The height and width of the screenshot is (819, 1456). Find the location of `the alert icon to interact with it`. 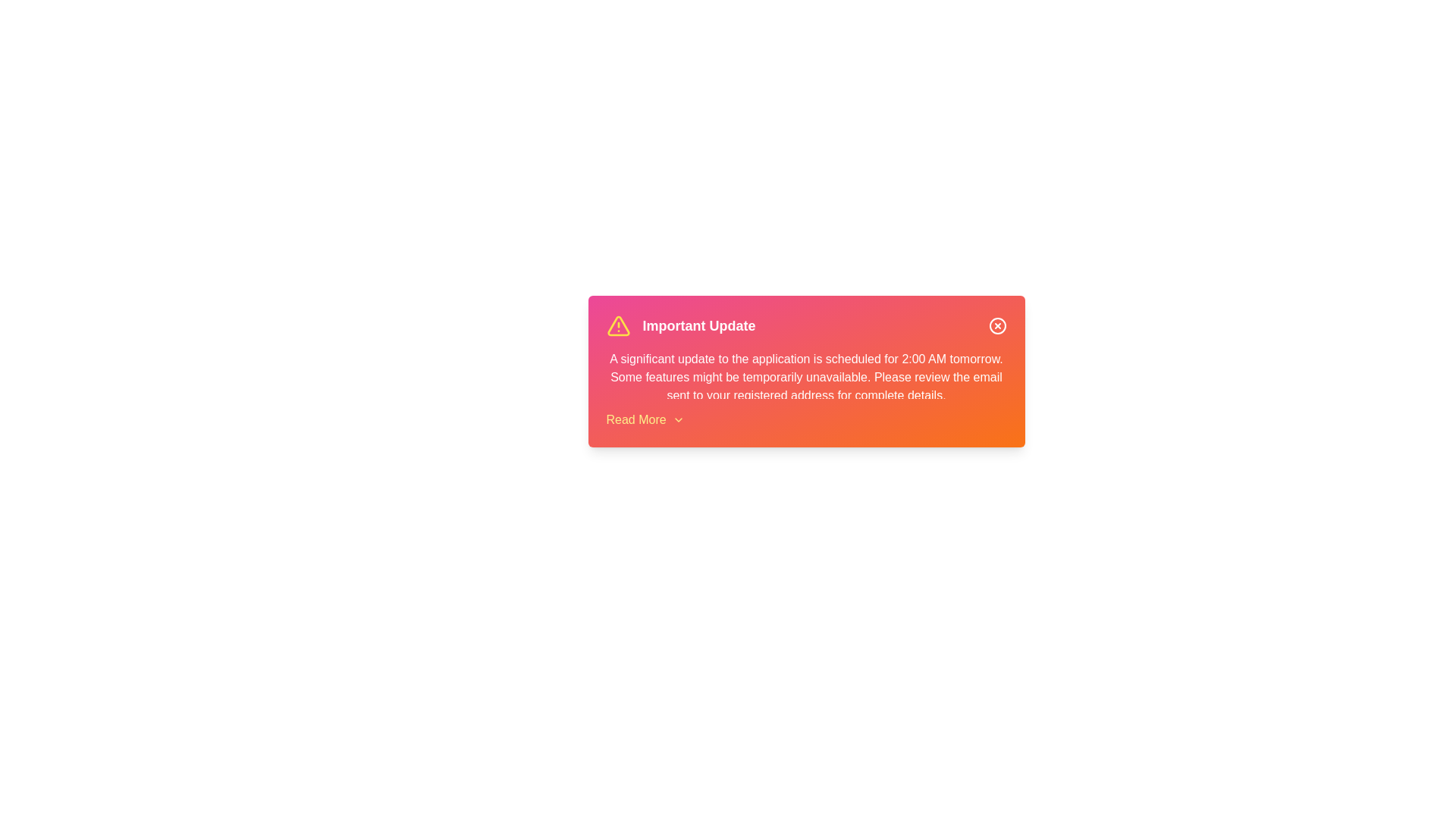

the alert icon to interact with it is located at coordinates (618, 325).